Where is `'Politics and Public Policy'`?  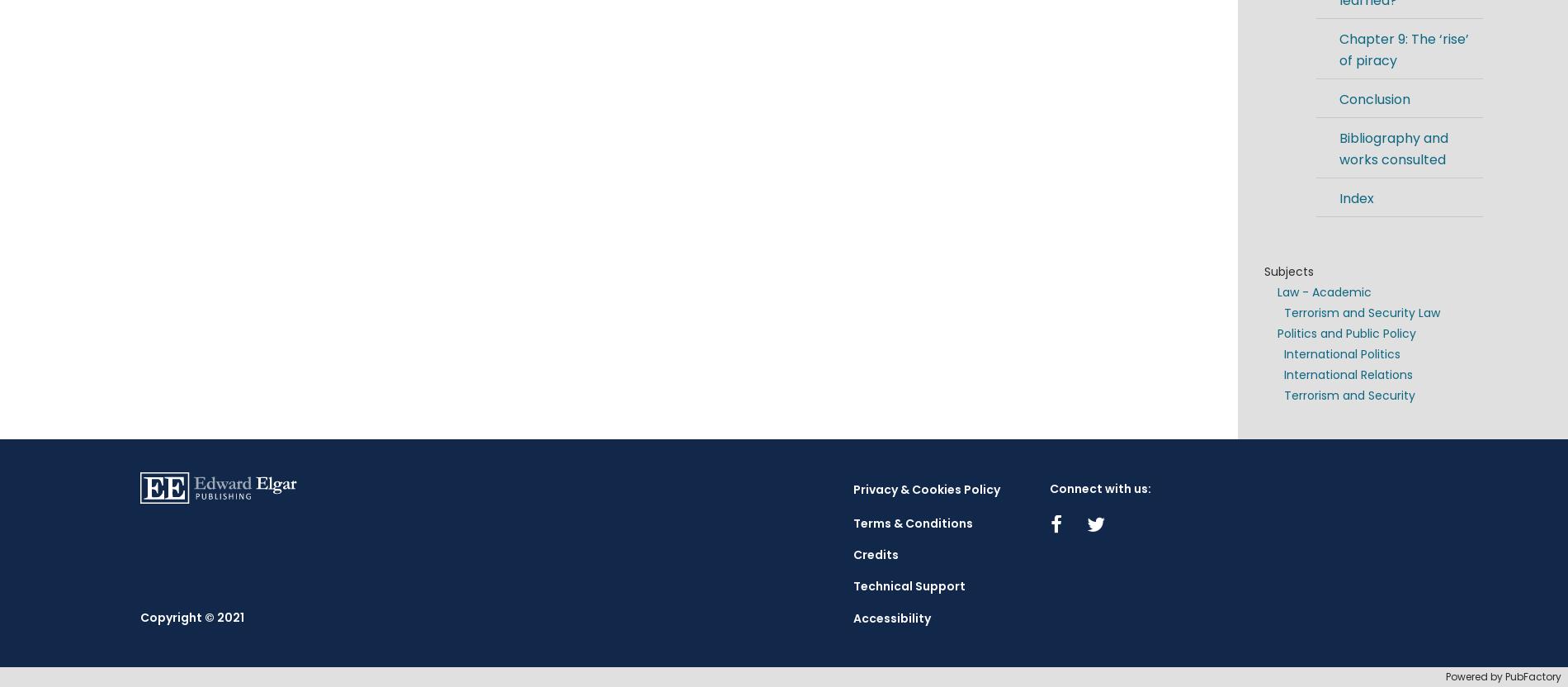
'Politics and Public Policy' is located at coordinates (1346, 333).